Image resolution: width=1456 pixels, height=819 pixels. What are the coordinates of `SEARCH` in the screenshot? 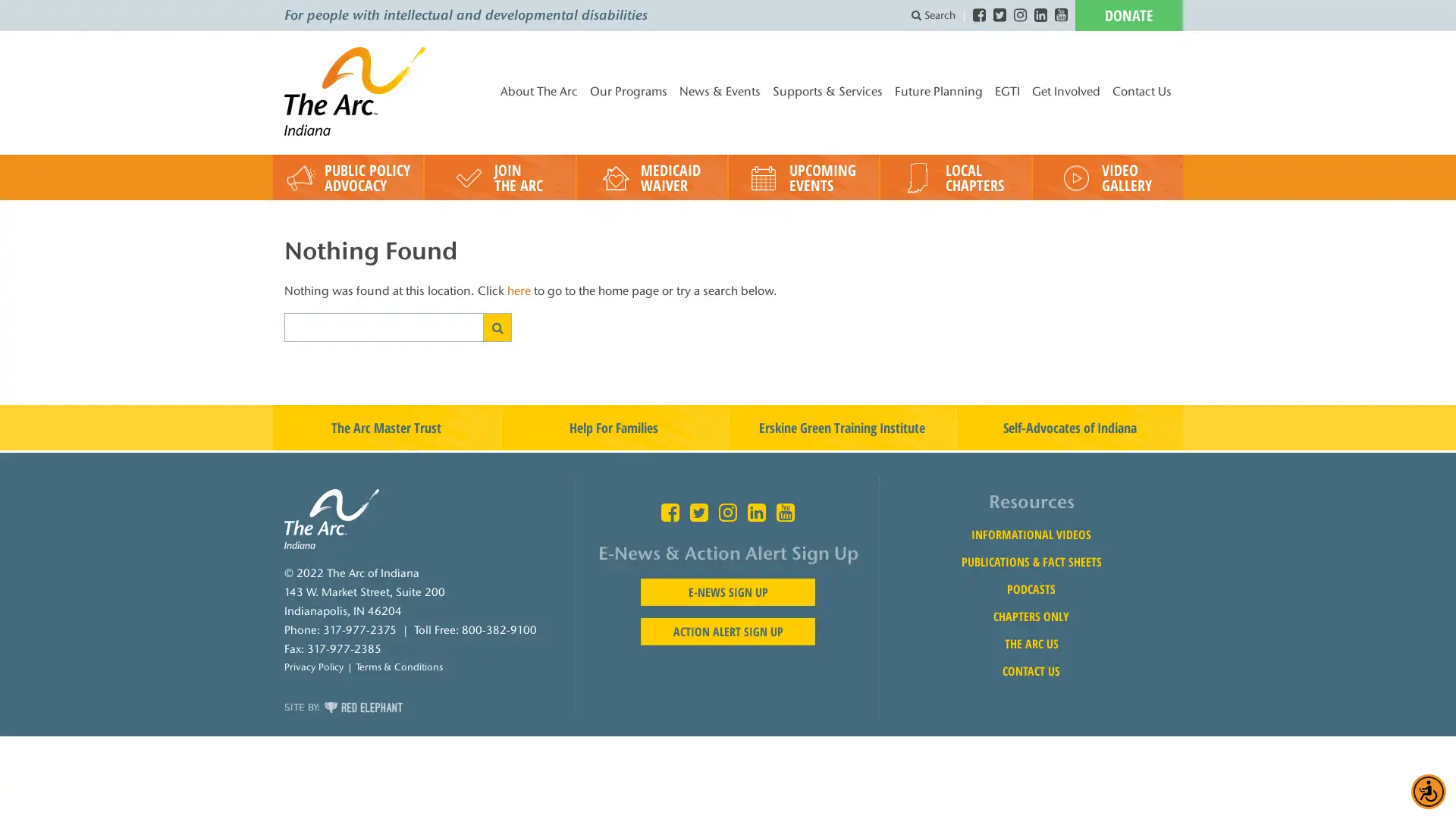 It's located at (497, 327).